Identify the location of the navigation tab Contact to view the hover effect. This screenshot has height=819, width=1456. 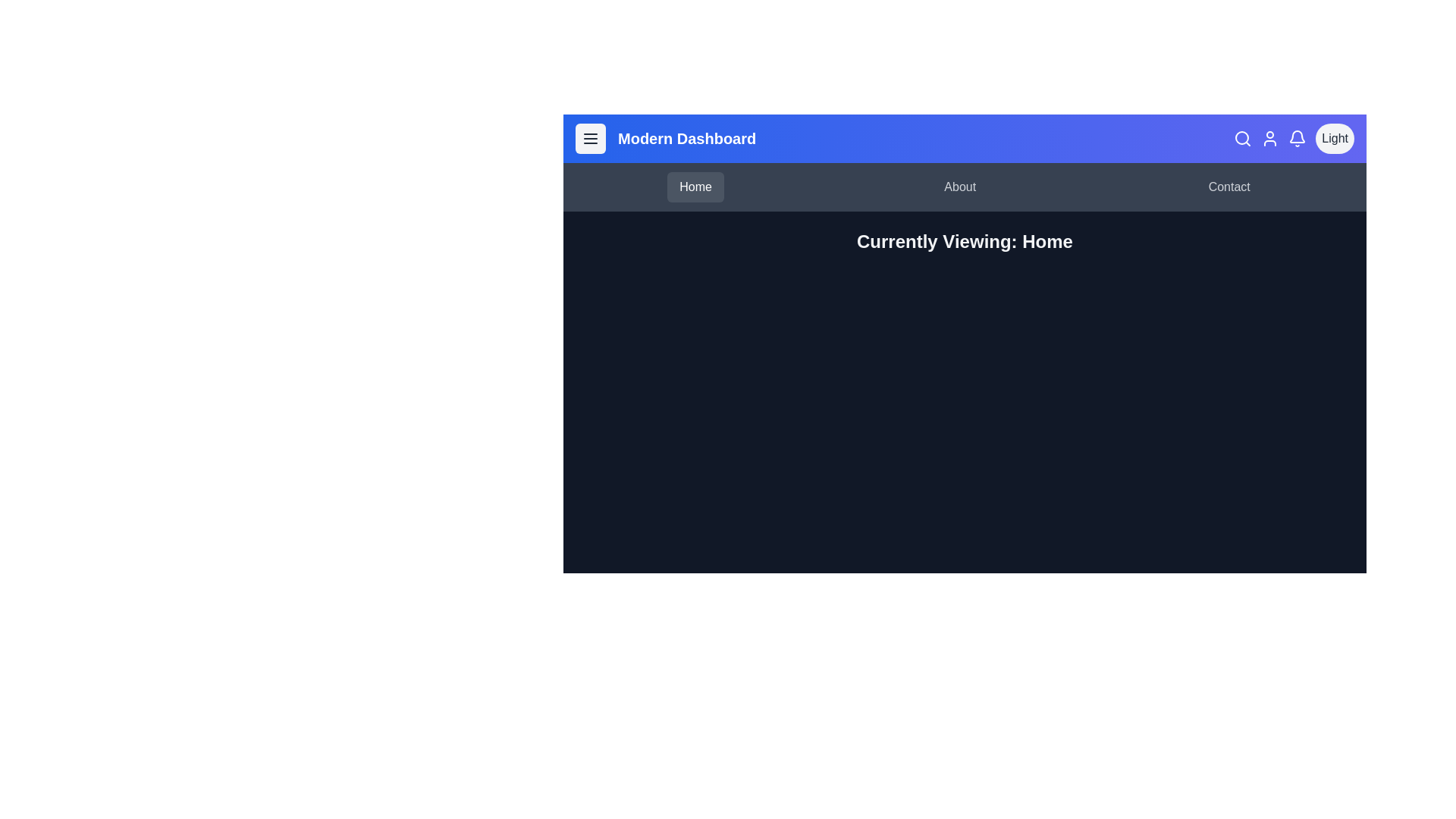
(1229, 186).